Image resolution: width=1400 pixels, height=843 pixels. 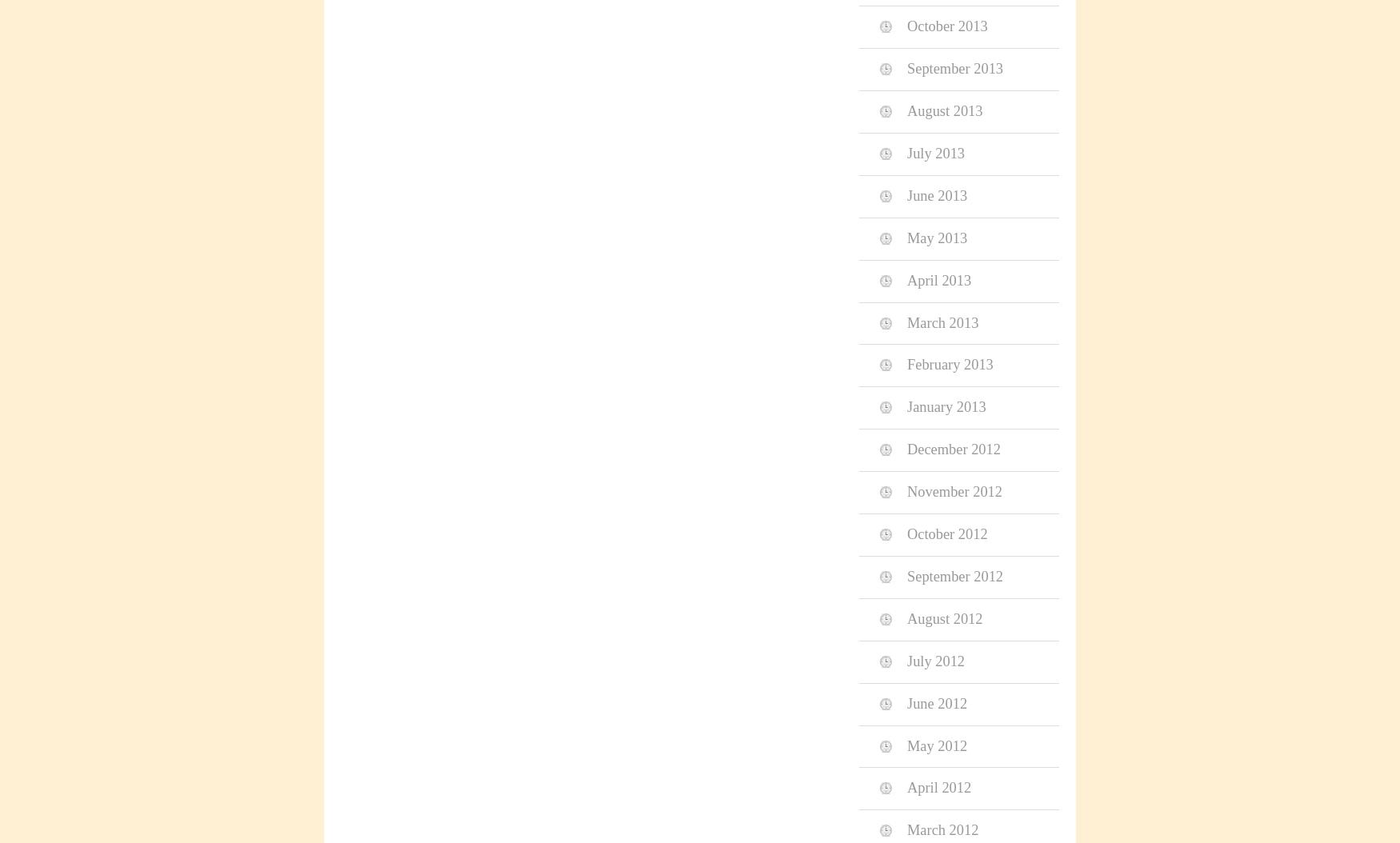 I want to click on 'December 2012', so click(x=906, y=449).